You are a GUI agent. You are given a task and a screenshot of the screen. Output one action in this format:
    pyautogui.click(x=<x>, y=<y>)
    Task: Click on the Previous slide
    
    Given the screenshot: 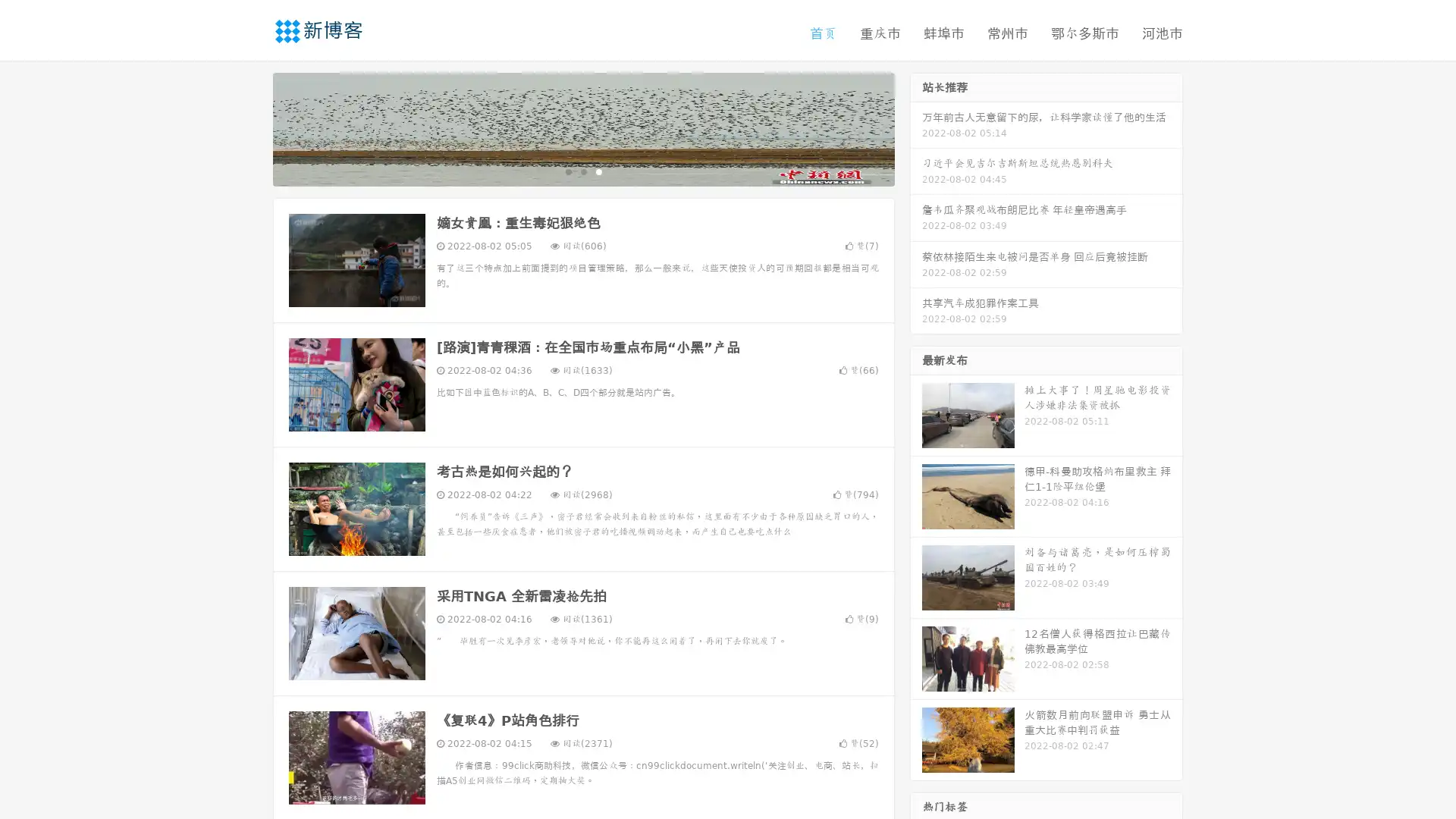 What is the action you would take?
    pyautogui.click(x=250, y=127)
    